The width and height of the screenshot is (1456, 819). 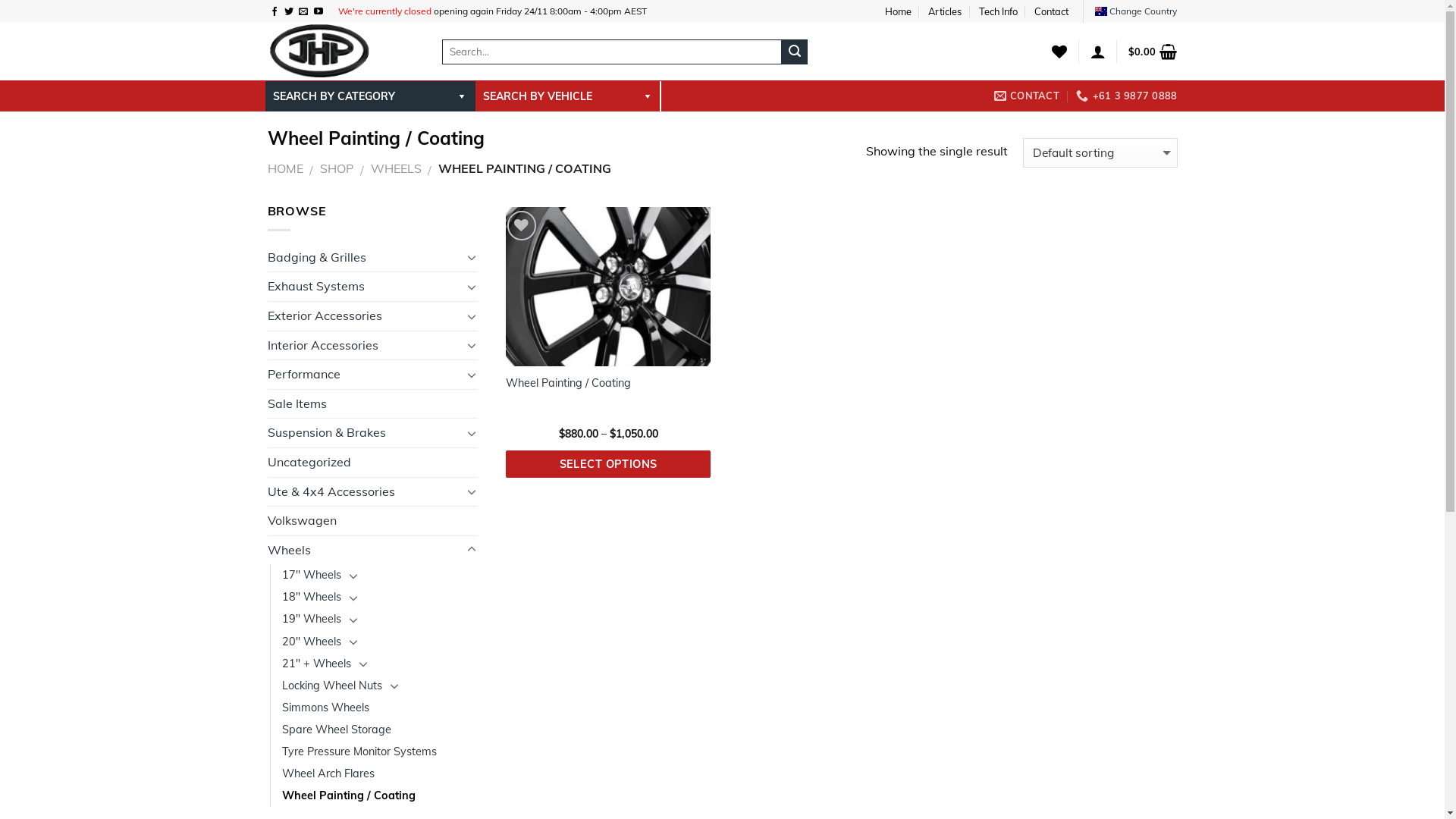 I want to click on 'SHOP', so click(x=336, y=168).